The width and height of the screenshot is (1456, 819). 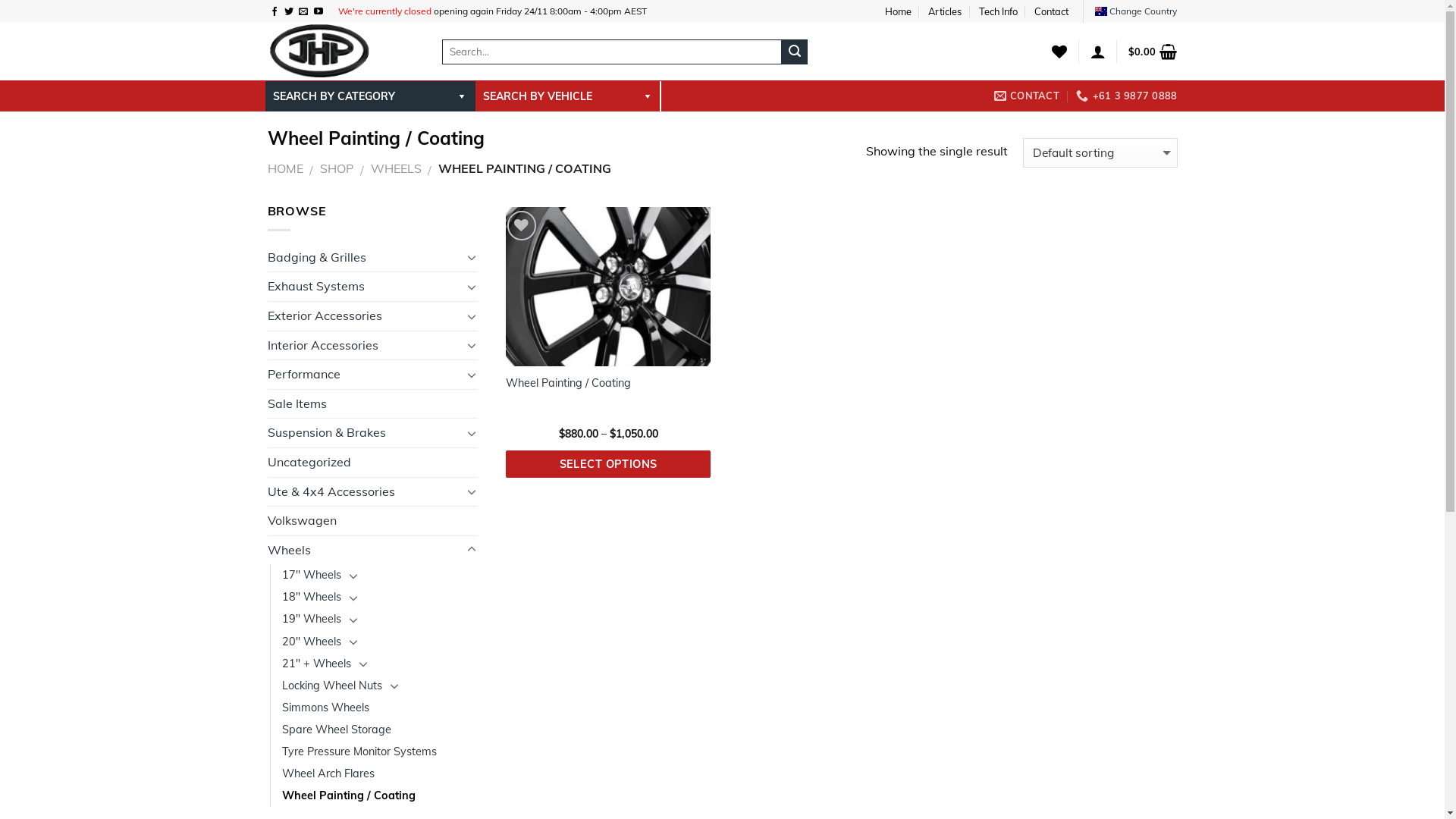 I want to click on 'SHOP', so click(x=336, y=168).